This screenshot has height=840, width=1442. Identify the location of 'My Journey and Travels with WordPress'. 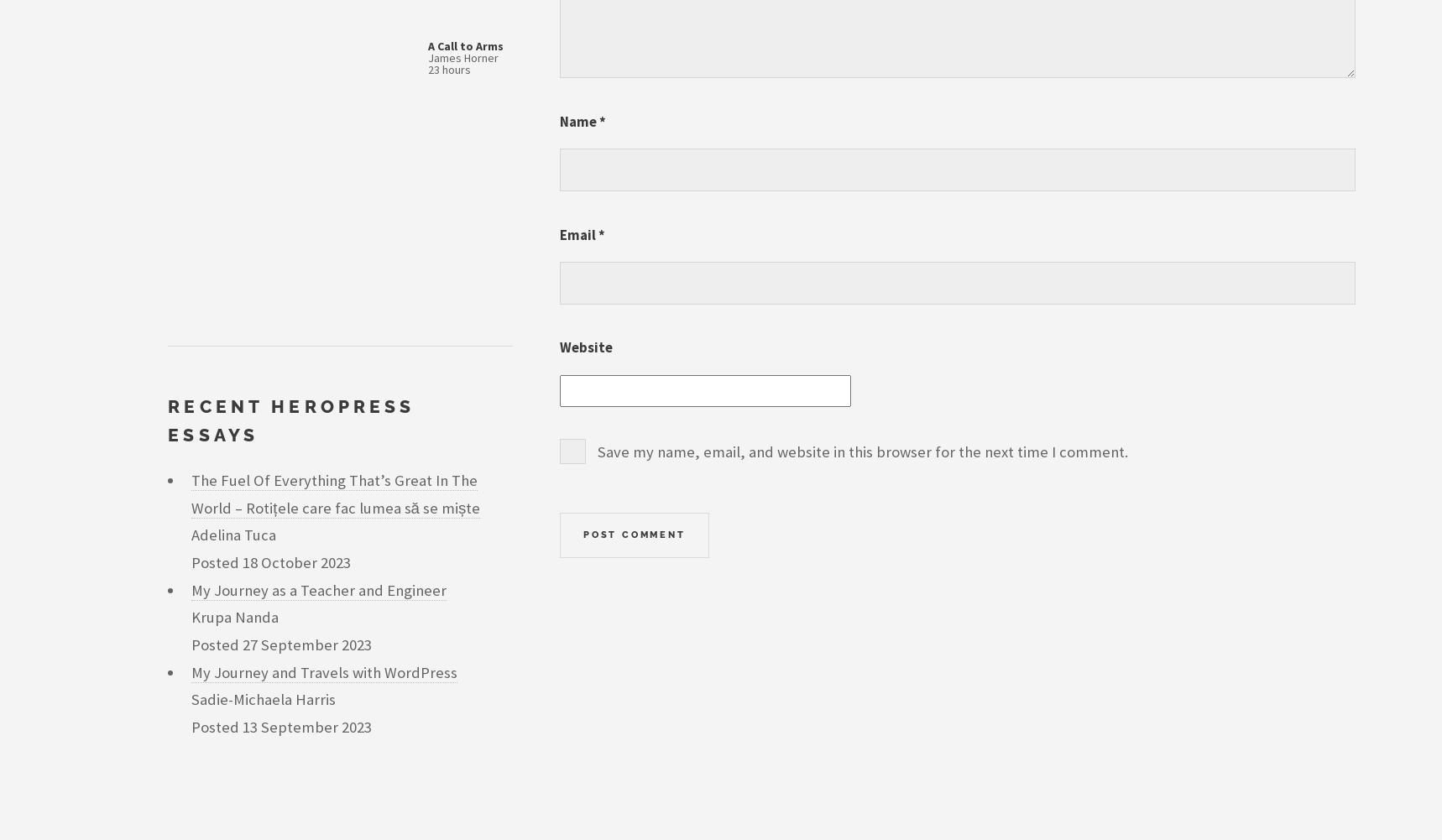
(190, 670).